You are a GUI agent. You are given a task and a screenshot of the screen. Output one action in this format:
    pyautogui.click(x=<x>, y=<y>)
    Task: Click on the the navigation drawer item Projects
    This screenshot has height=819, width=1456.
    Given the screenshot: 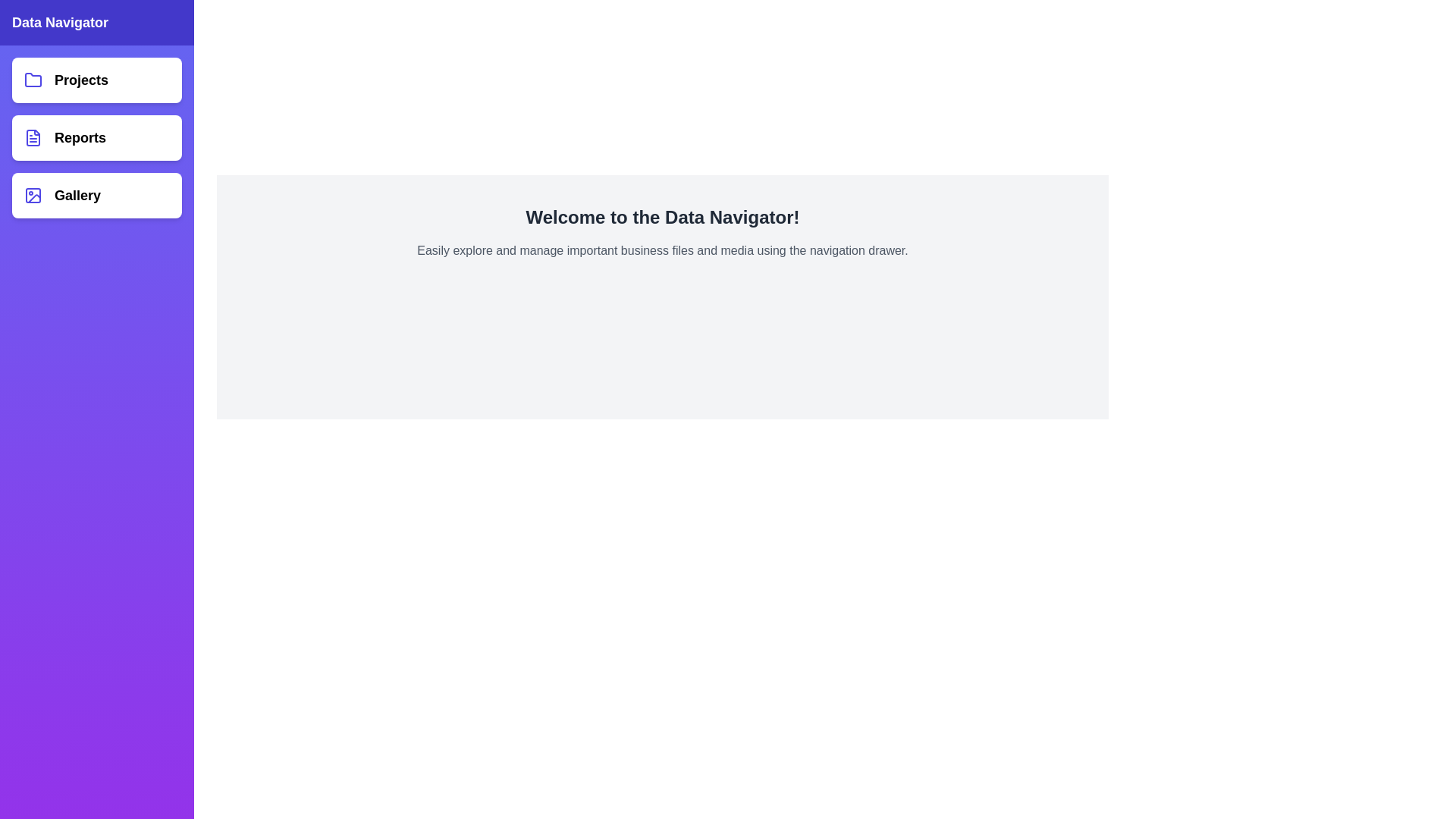 What is the action you would take?
    pyautogui.click(x=96, y=80)
    